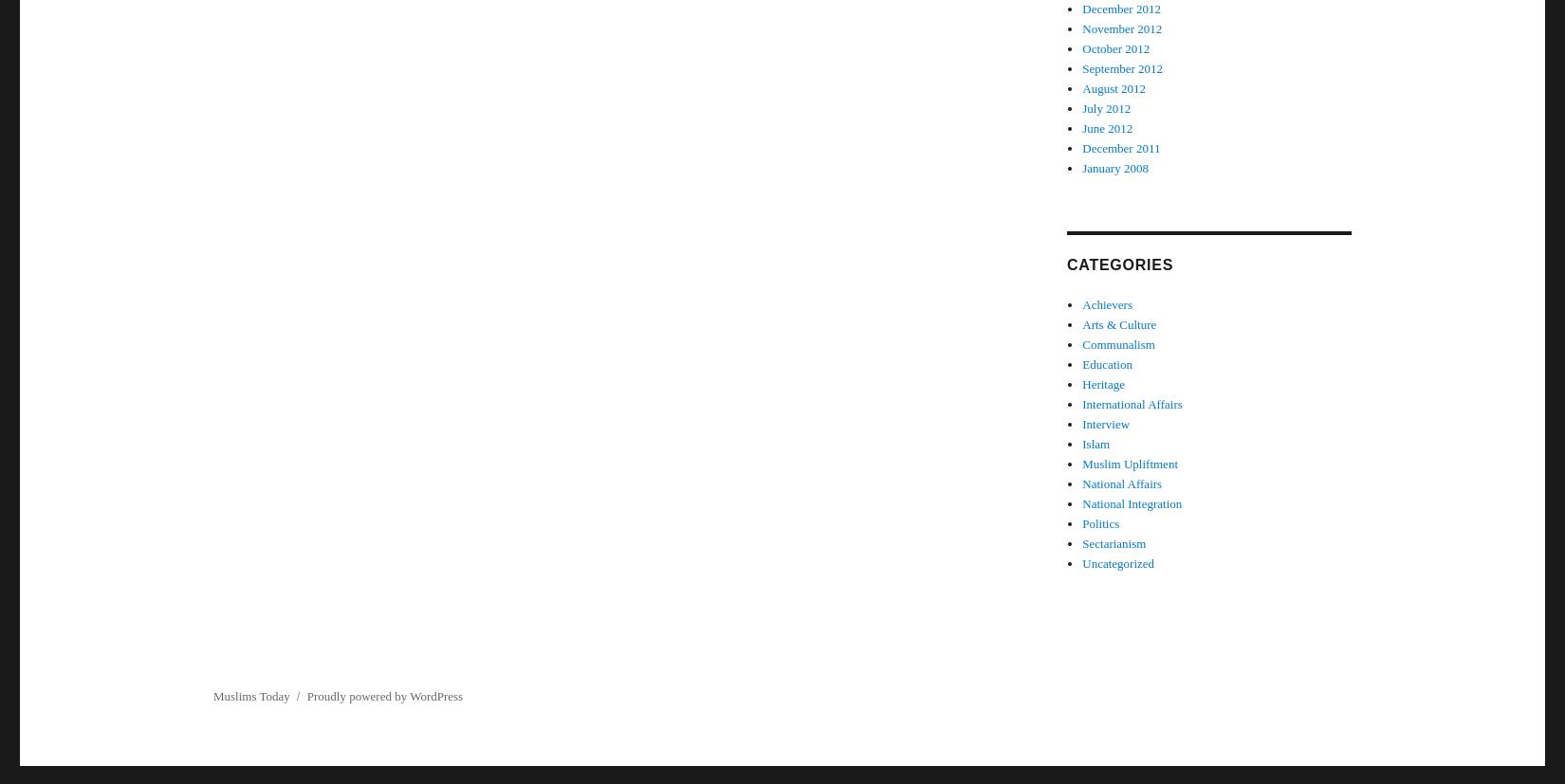 This screenshot has width=1565, height=784. Describe the element at coordinates (1106, 107) in the screenshot. I see `'July 2012'` at that location.